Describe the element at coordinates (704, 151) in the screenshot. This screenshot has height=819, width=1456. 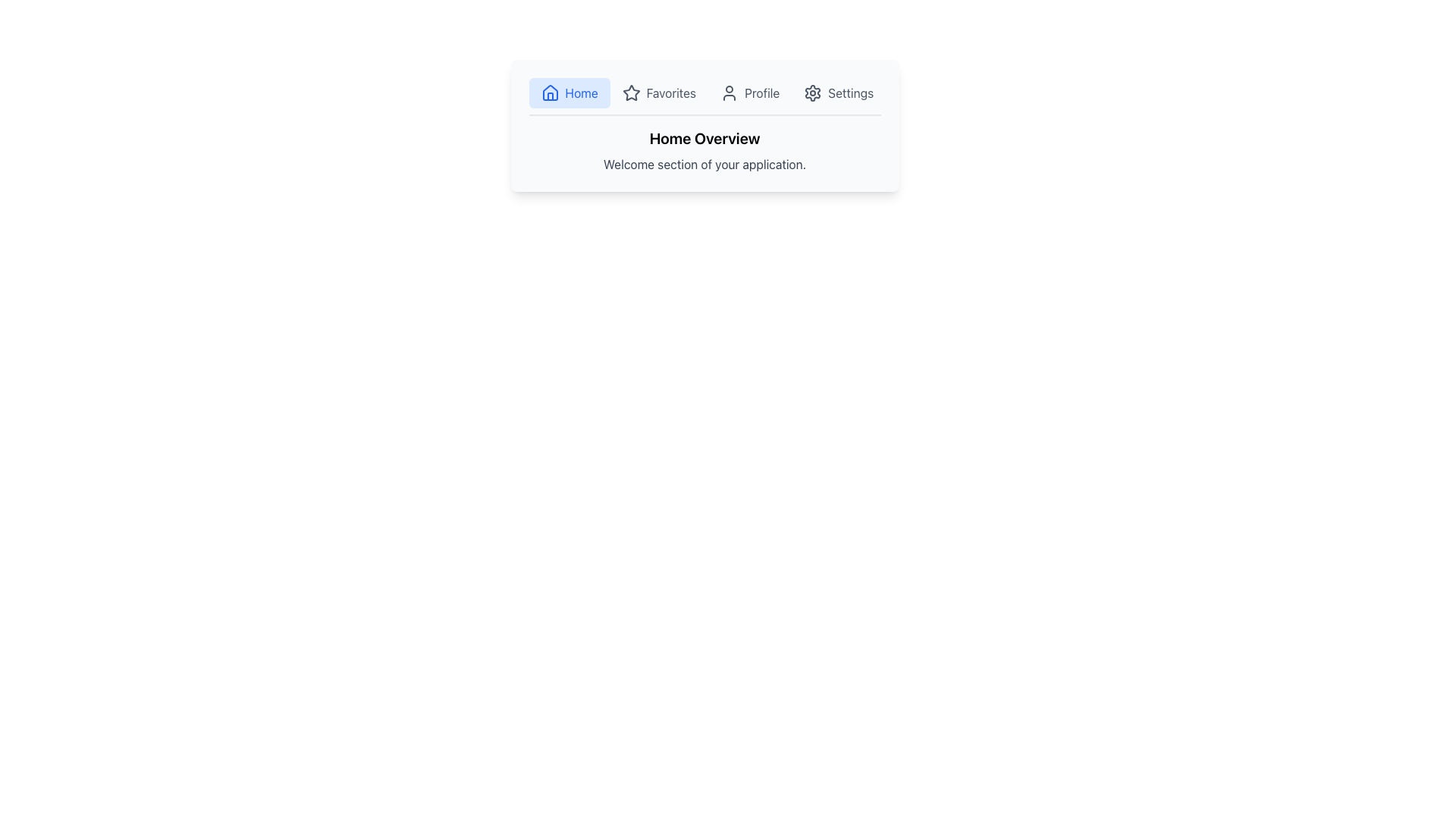
I see `the Text display that shows 'Home Overview' and 'Welcome section of your application.'` at that location.